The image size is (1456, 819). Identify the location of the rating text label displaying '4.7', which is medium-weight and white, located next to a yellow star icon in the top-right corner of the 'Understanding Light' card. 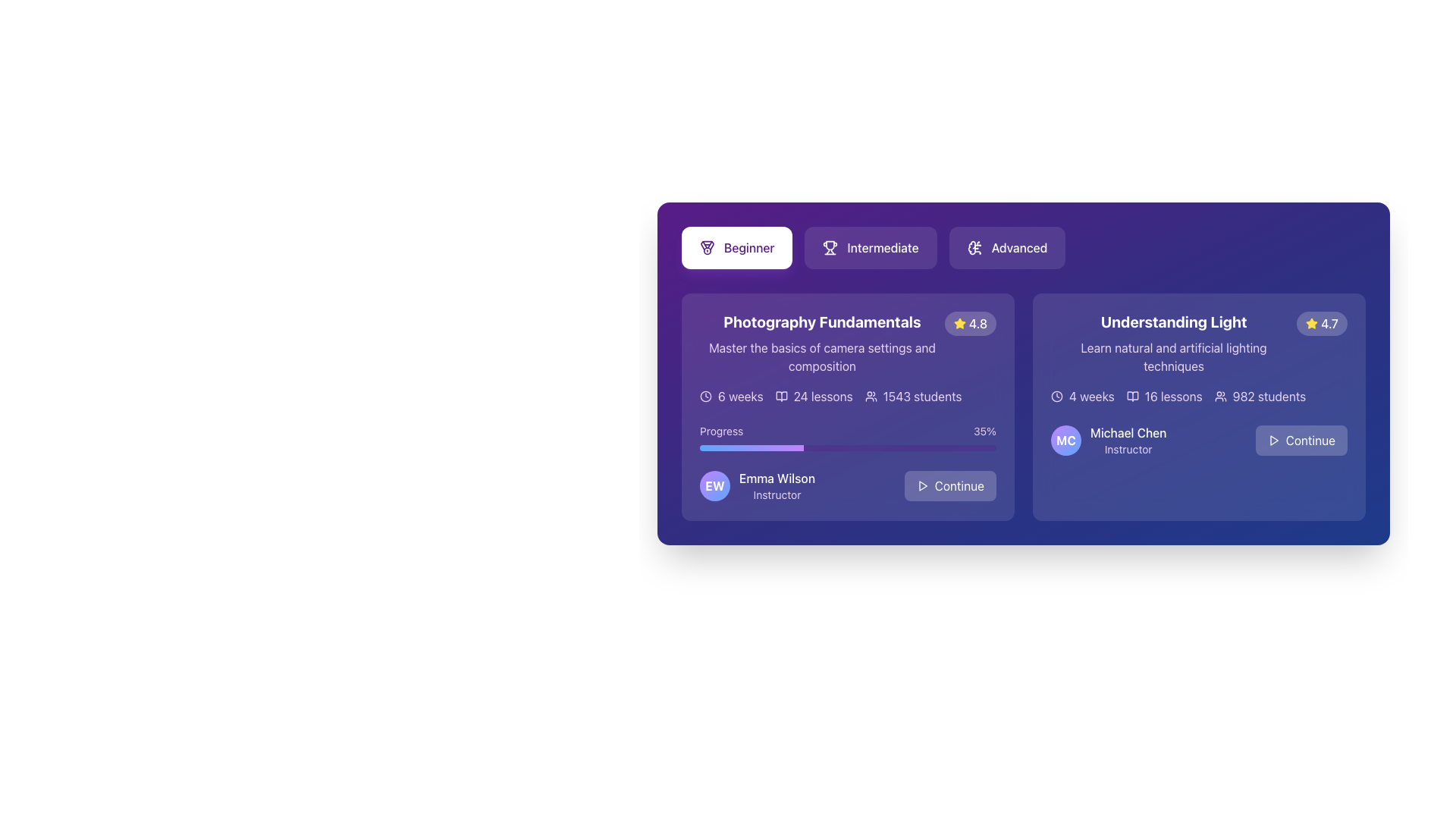
(1329, 323).